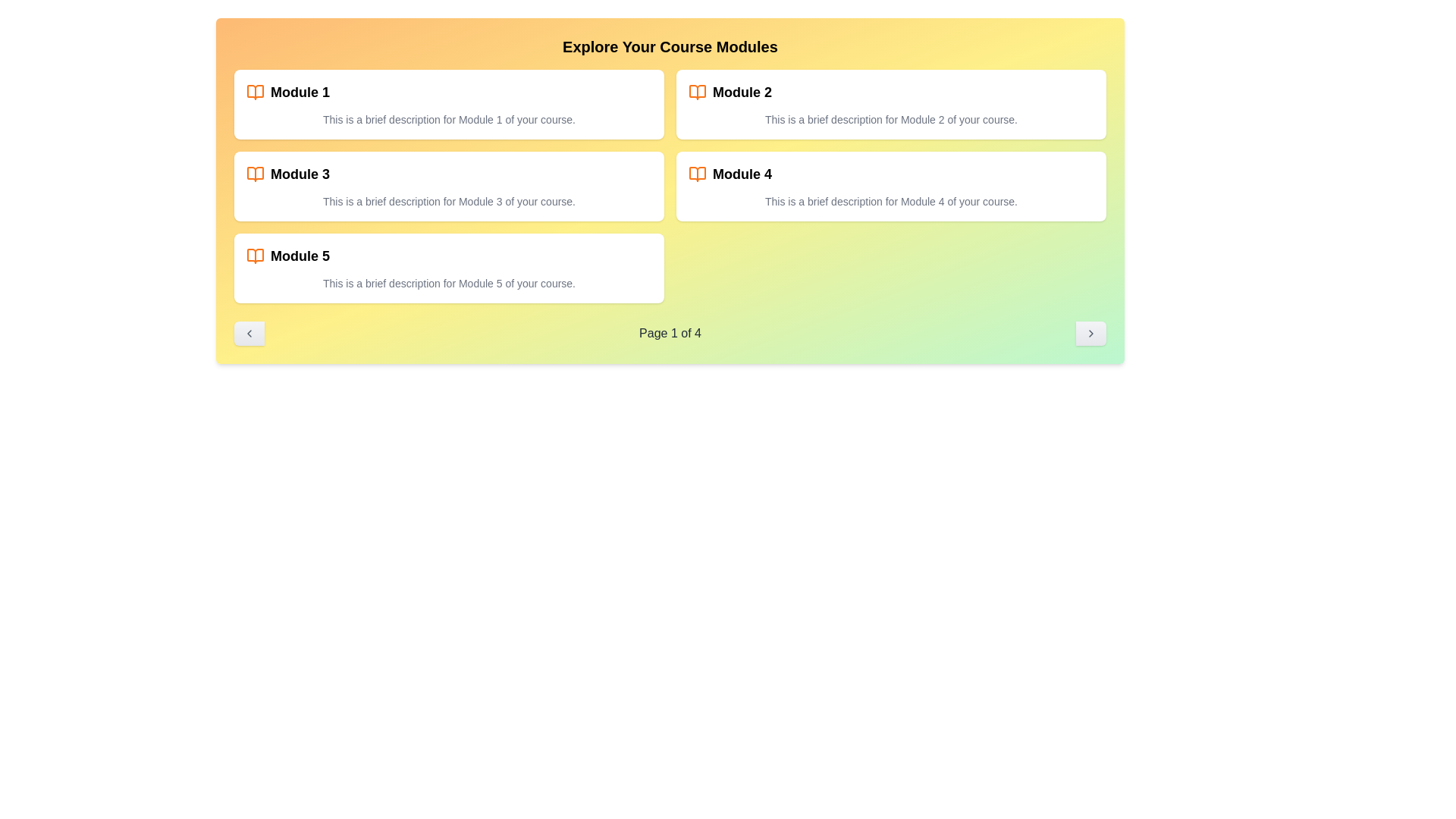 The width and height of the screenshot is (1456, 819). I want to click on the card representing Module 5, which is the last card in the grid layout located in the bottom-left corner, so click(448, 268).